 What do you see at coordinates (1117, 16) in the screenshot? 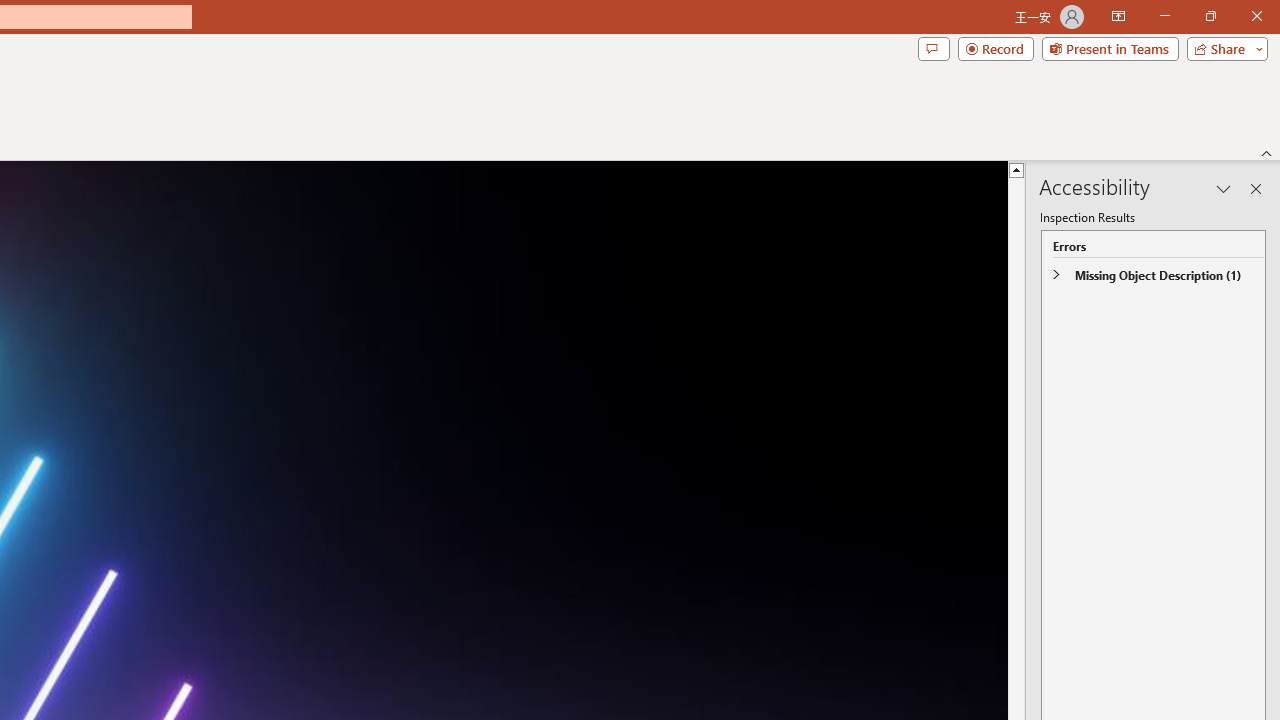
I see `'Ribbon Display Options'` at bounding box center [1117, 16].